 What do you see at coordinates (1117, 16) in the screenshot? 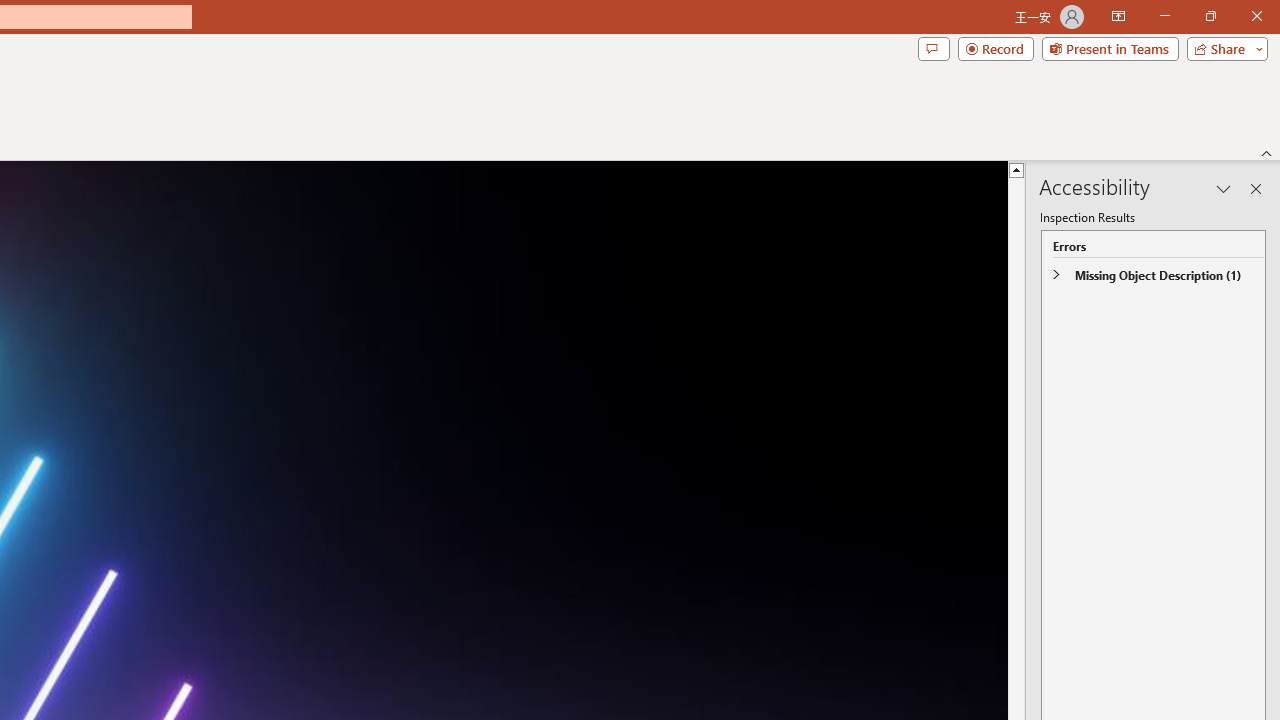
I see `'Ribbon Display Options'` at bounding box center [1117, 16].